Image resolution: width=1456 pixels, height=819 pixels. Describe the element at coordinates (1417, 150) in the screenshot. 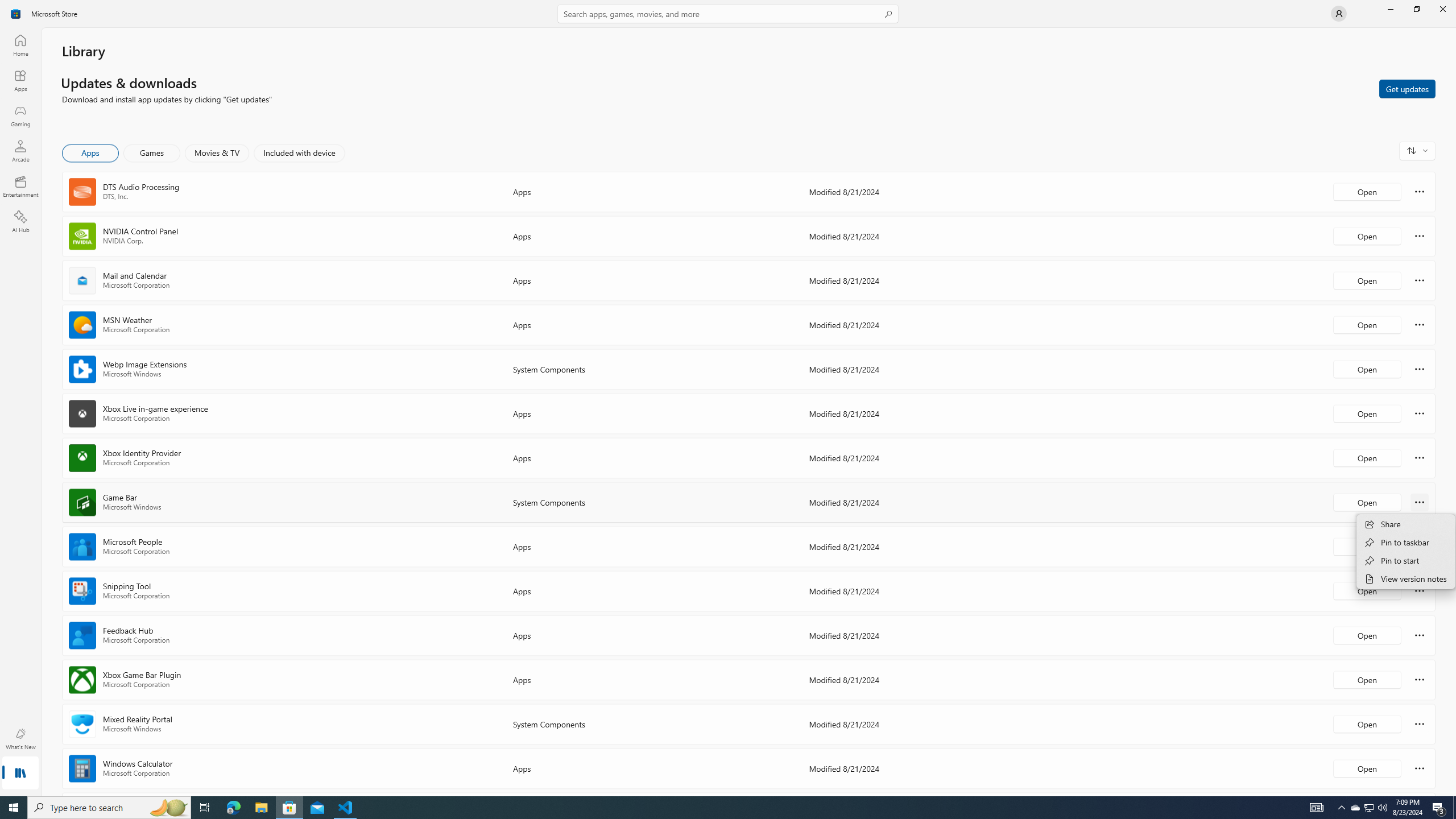

I see `'Sort and filter'` at that location.